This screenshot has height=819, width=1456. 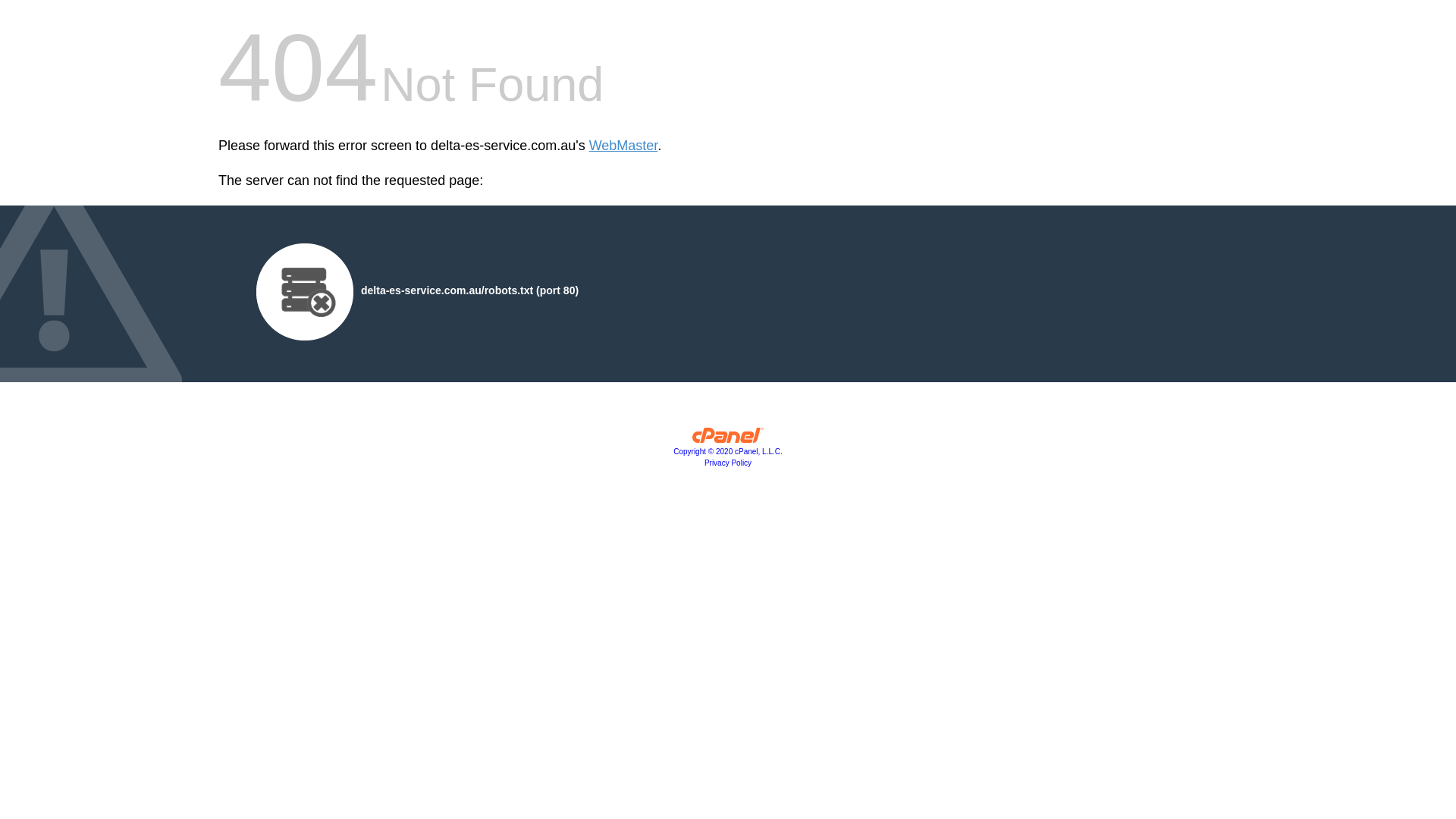 What do you see at coordinates (623, 146) in the screenshot?
I see `'WebMaster'` at bounding box center [623, 146].